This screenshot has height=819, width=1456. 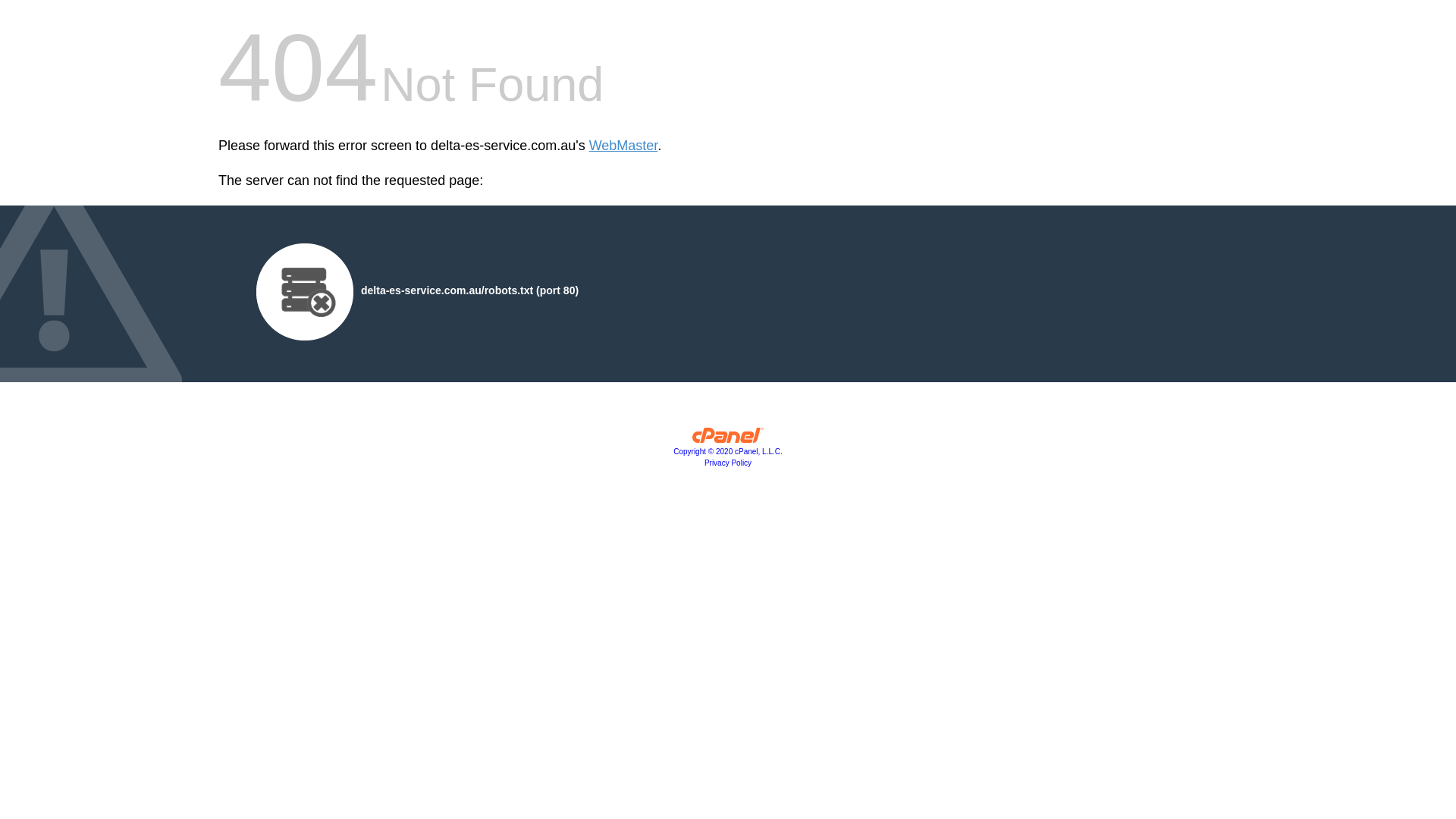 What do you see at coordinates (623, 146) in the screenshot?
I see `'WebMaster'` at bounding box center [623, 146].